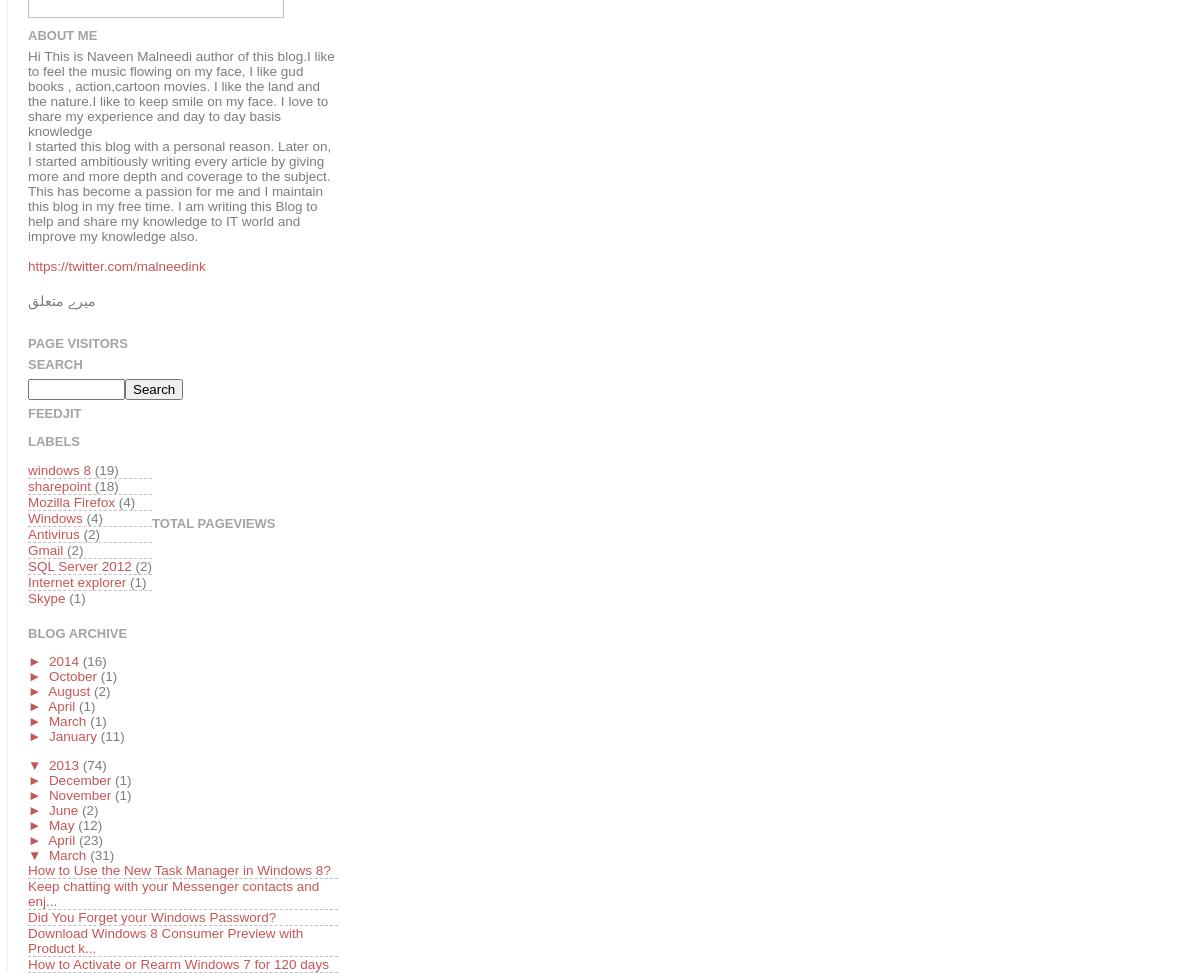 The height and width of the screenshot is (973, 1198). What do you see at coordinates (54, 363) in the screenshot?
I see `'Search'` at bounding box center [54, 363].